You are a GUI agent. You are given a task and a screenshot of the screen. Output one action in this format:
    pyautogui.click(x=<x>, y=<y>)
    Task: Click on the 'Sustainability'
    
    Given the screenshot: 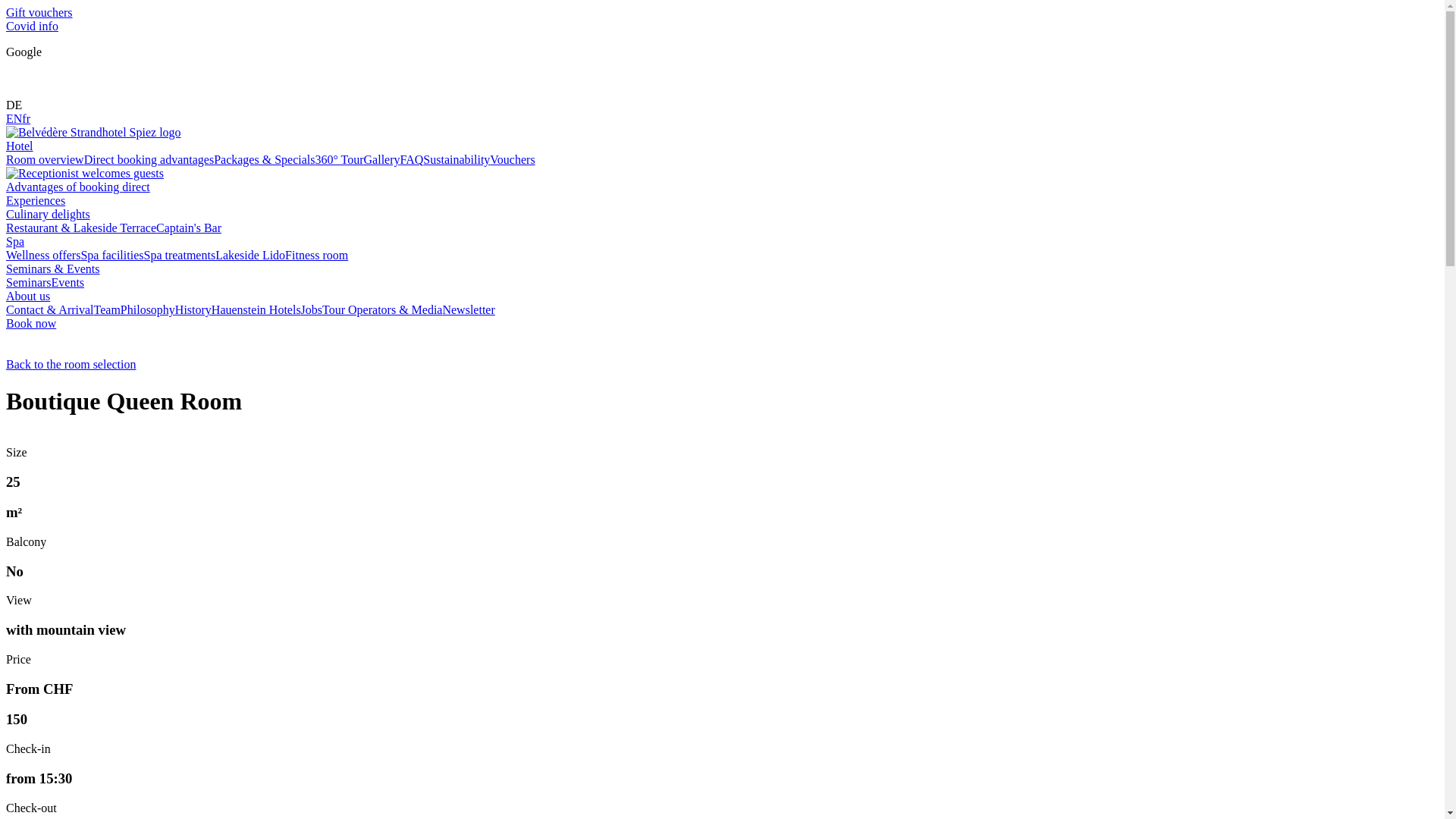 What is the action you would take?
    pyautogui.click(x=455, y=159)
    